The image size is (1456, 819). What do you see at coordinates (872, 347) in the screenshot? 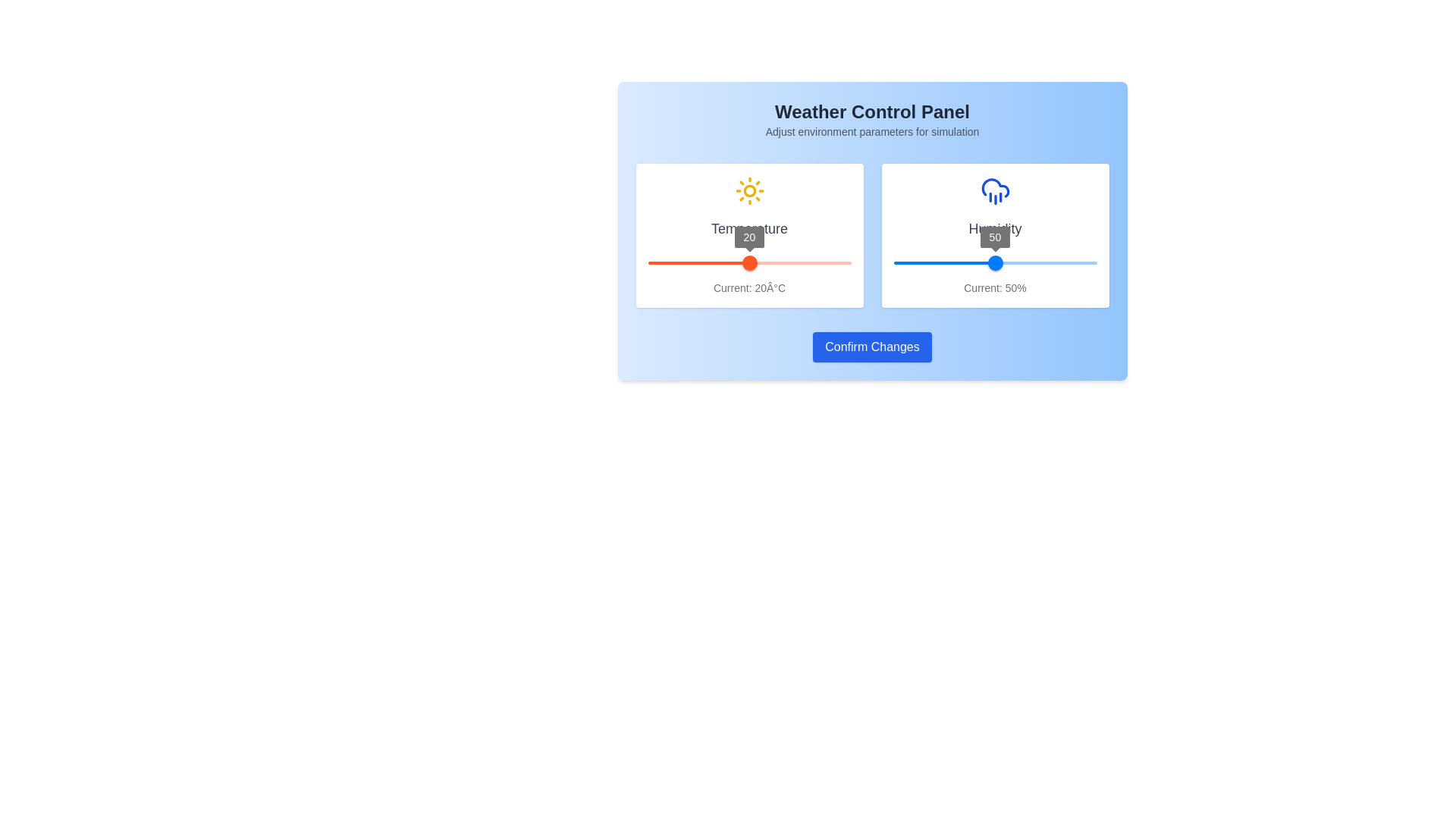
I see `the submit button located at the bottom-center of the 'Weather Control Panel' to confirm changes made to temperature or humidity parameters` at bounding box center [872, 347].